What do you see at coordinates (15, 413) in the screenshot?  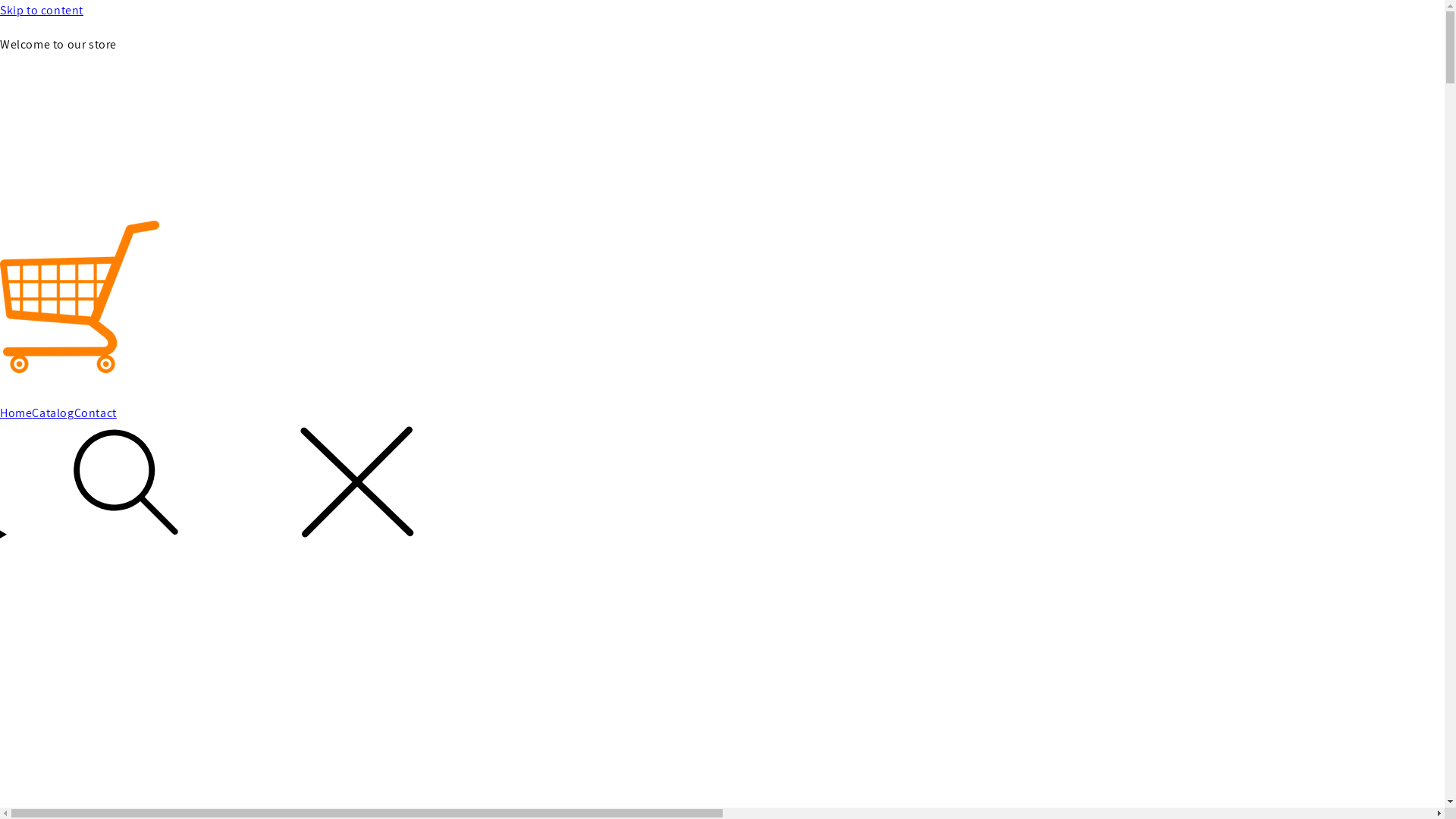 I see `'Home'` at bounding box center [15, 413].